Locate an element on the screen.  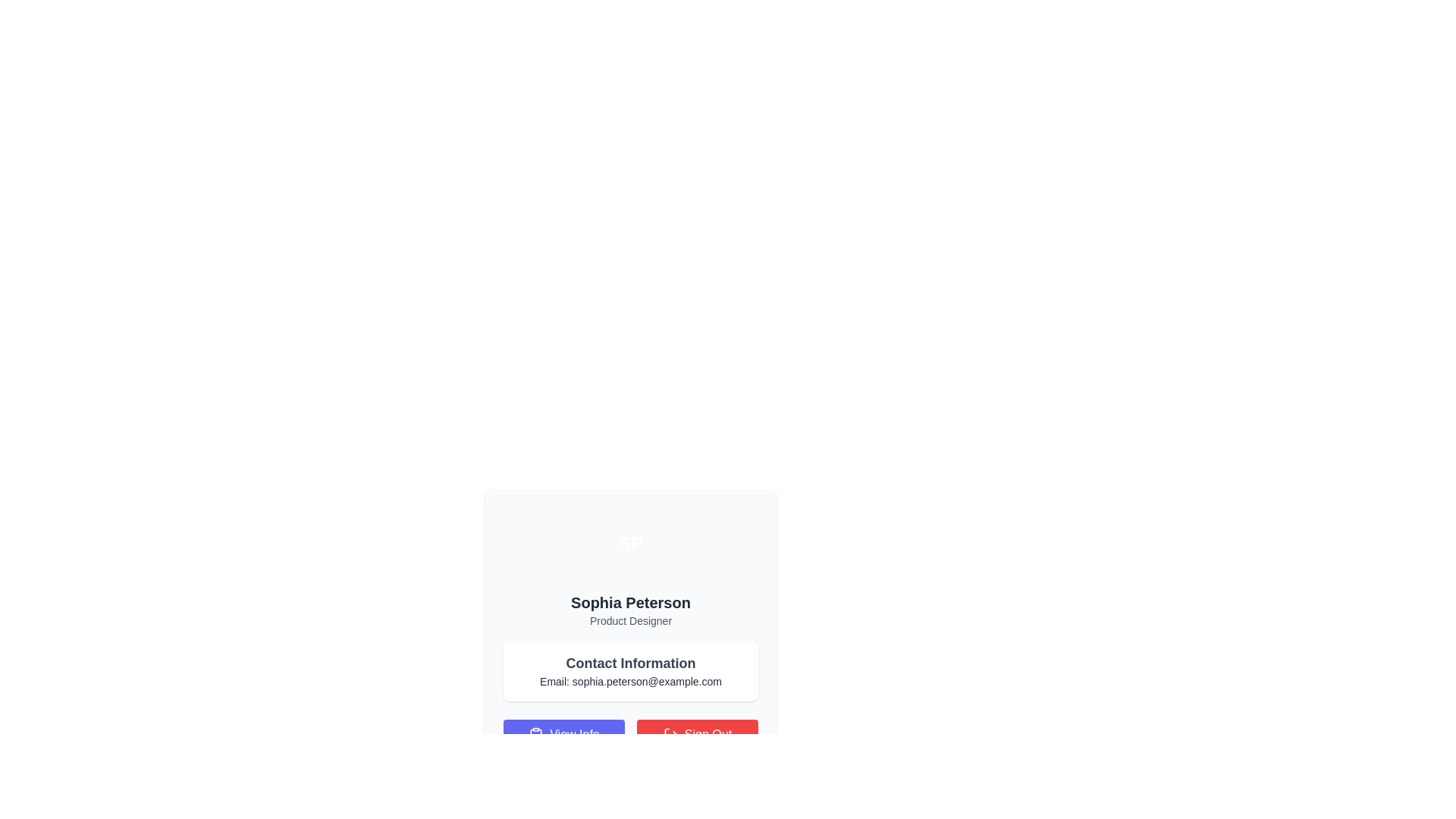
the bold text label displaying 'Contact Information' within the white card containing contact details is located at coordinates (630, 663).